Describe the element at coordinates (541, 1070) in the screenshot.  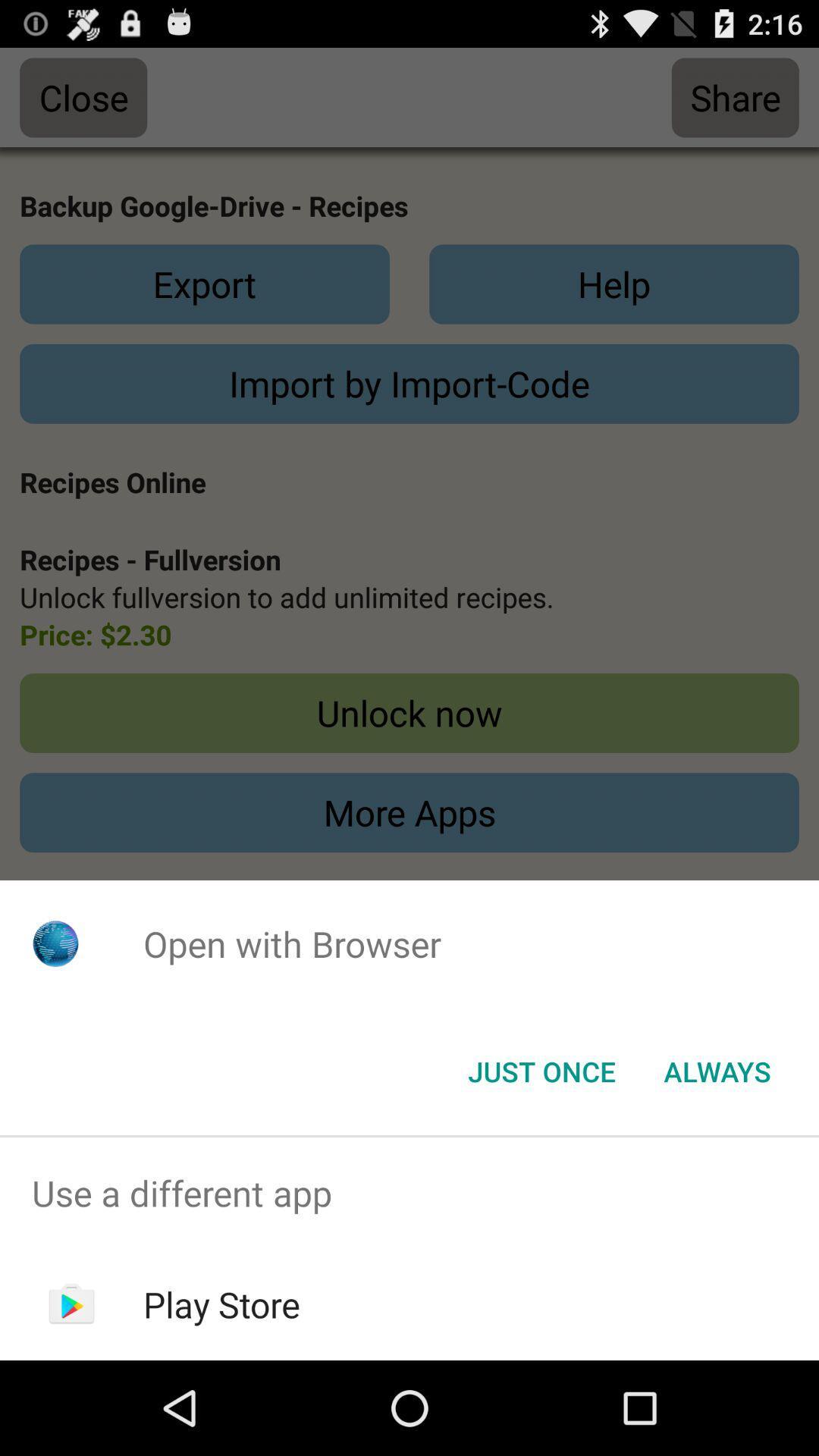
I see `button next to always icon` at that location.